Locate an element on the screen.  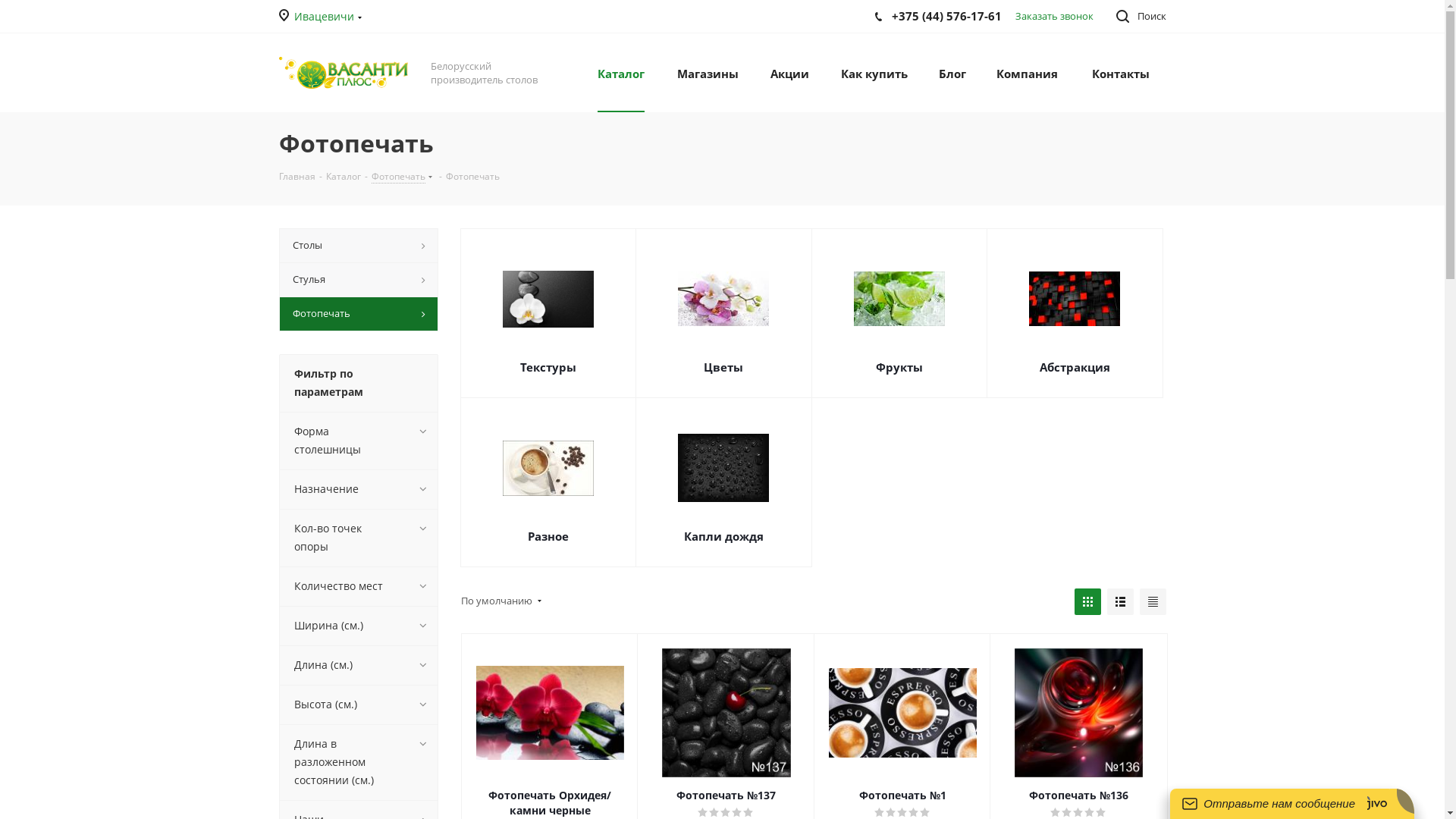
'4' is located at coordinates (908, 812).